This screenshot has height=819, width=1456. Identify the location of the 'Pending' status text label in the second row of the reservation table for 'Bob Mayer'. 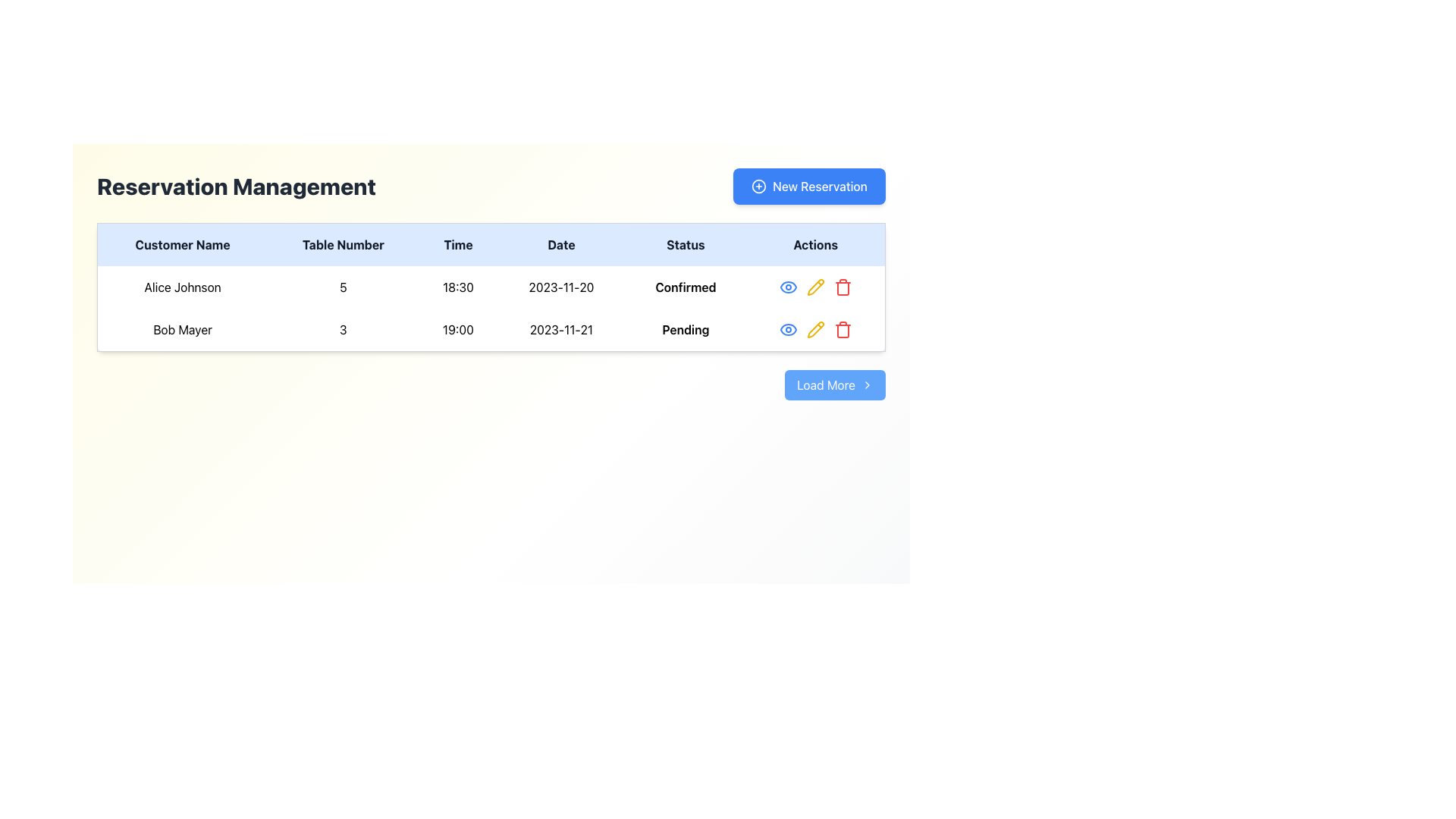
(685, 329).